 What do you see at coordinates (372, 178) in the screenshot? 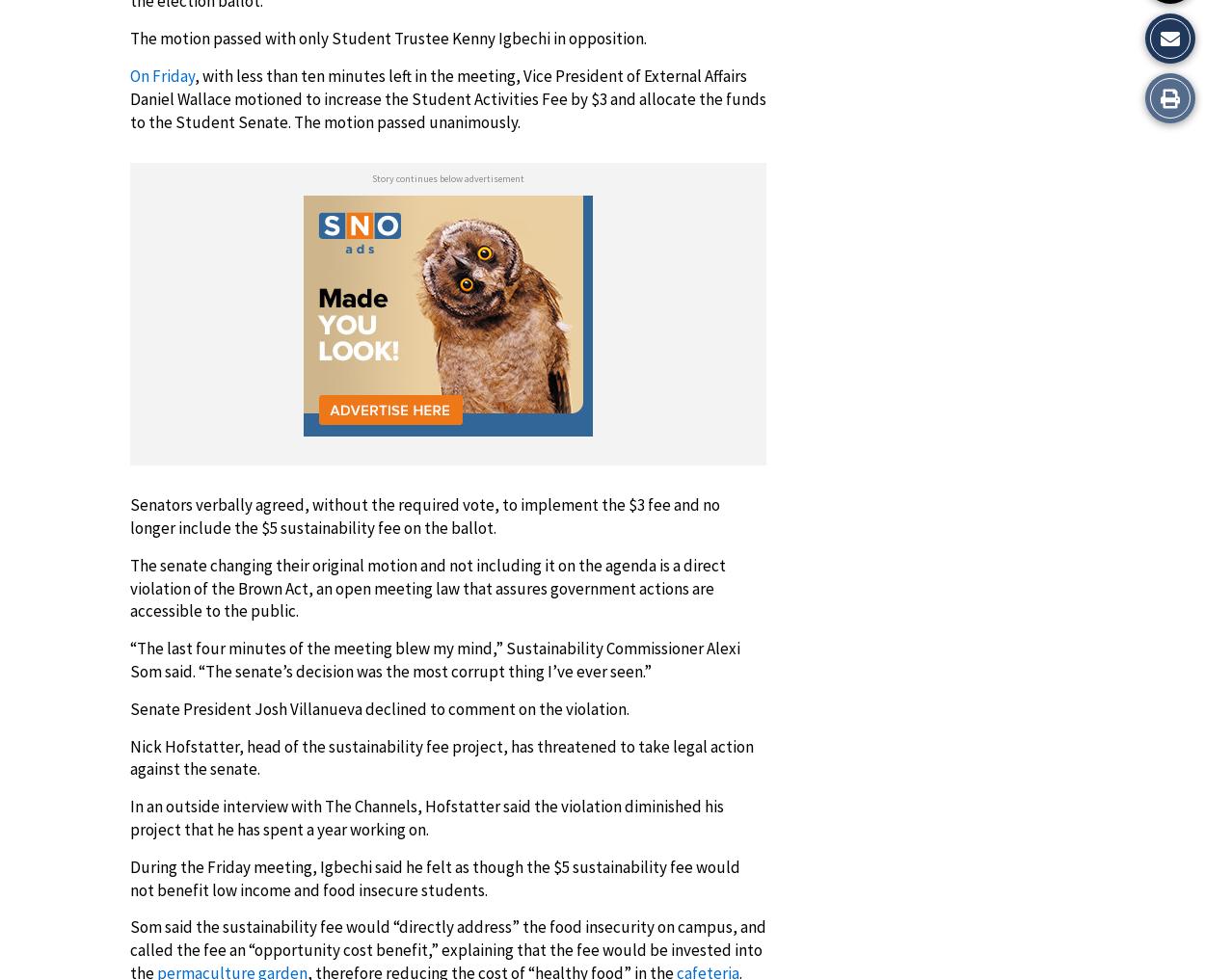
I see `'Story continues below advertisement'` at bounding box center [372, 178].